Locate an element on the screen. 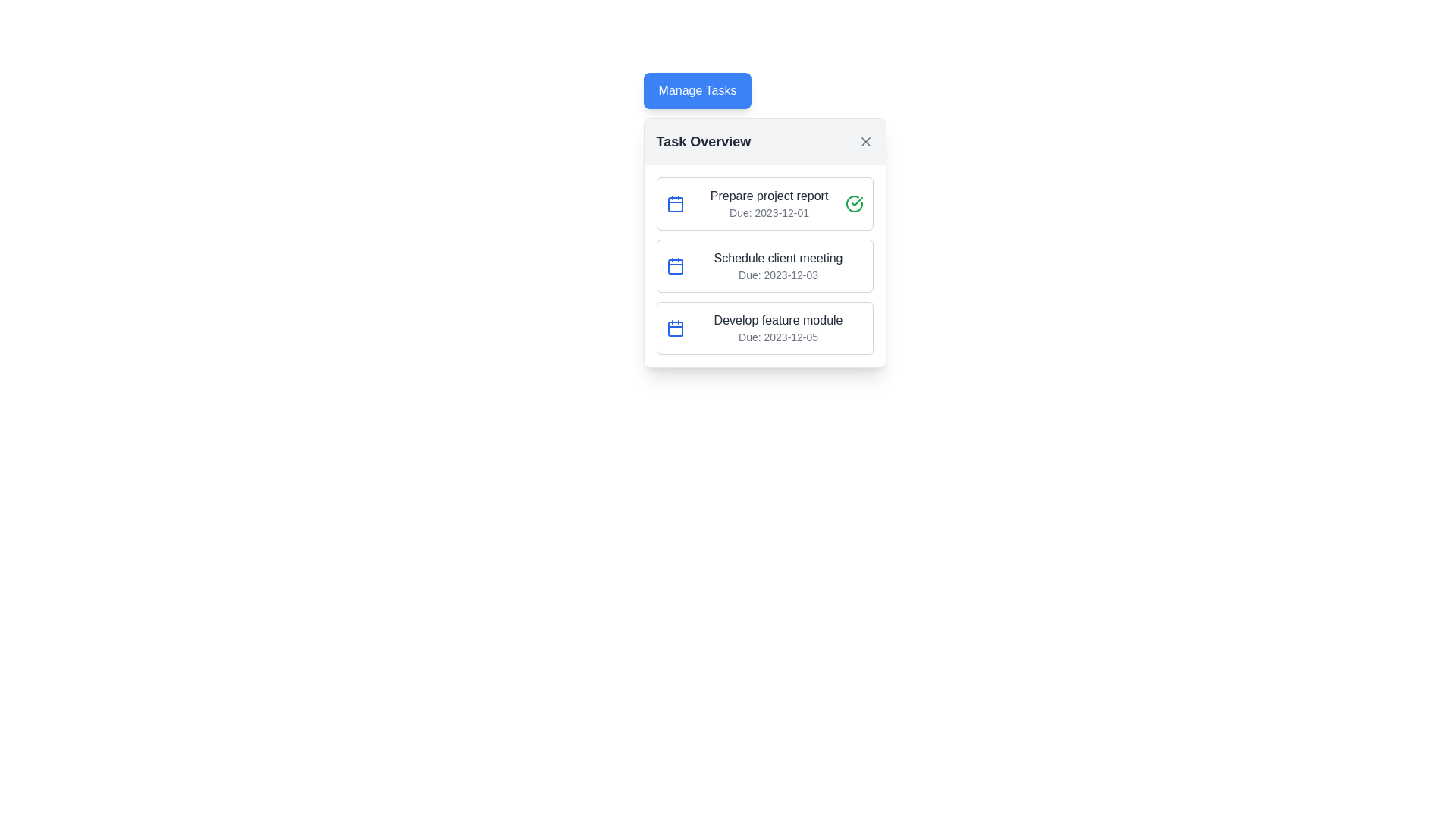 The image size is (1456, 819). the TextDisplay element that displays a specific task with its description and due date, positioned centrally within a task list card, specifically the second item in a vertical list of tasks is located at coordinates (778, 265).